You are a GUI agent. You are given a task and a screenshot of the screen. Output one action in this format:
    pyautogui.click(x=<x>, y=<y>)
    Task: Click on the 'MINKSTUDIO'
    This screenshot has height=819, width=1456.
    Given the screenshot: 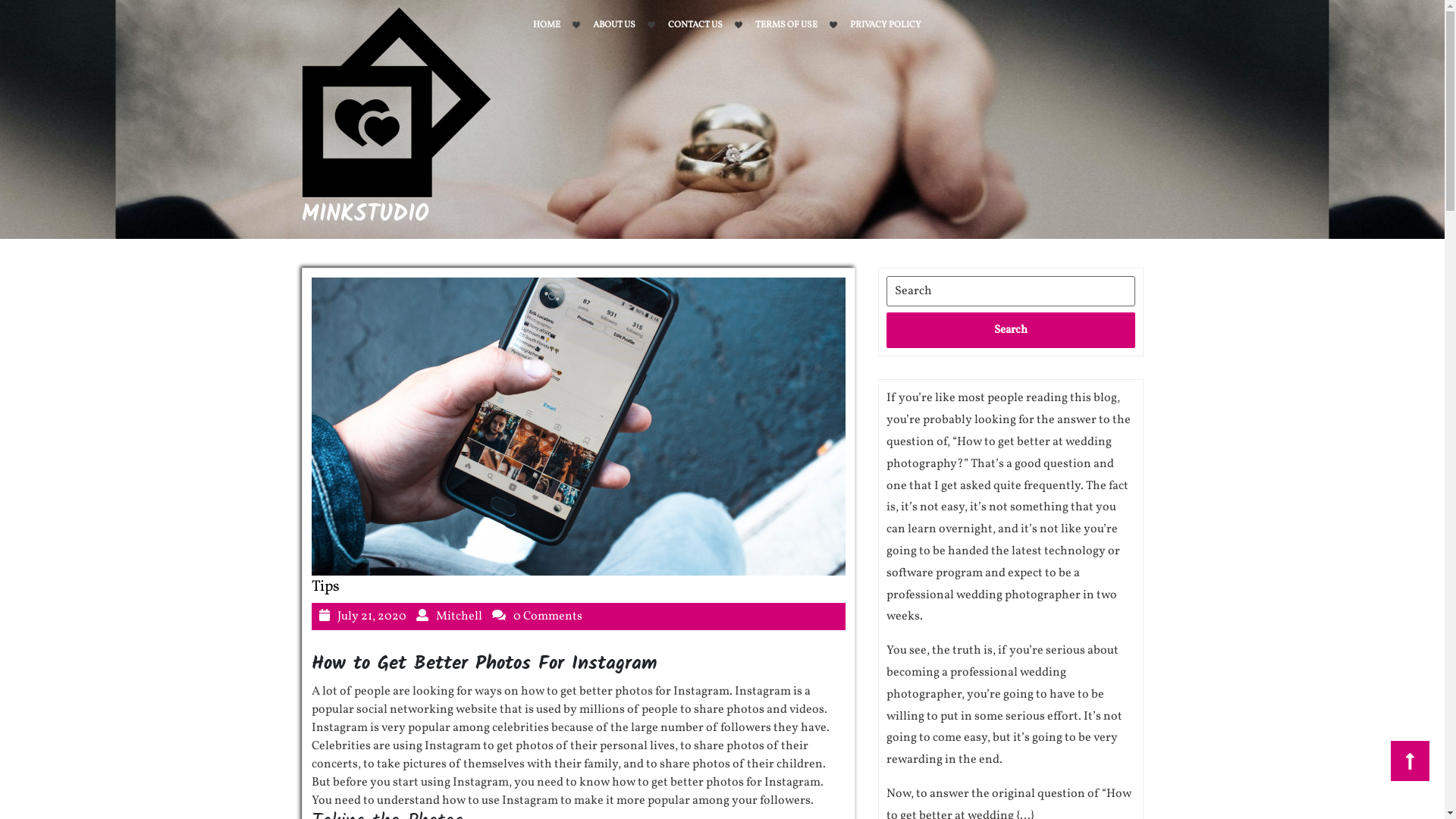 What is the action you would take?
    pyautogui.click(x=365, y=214)
    